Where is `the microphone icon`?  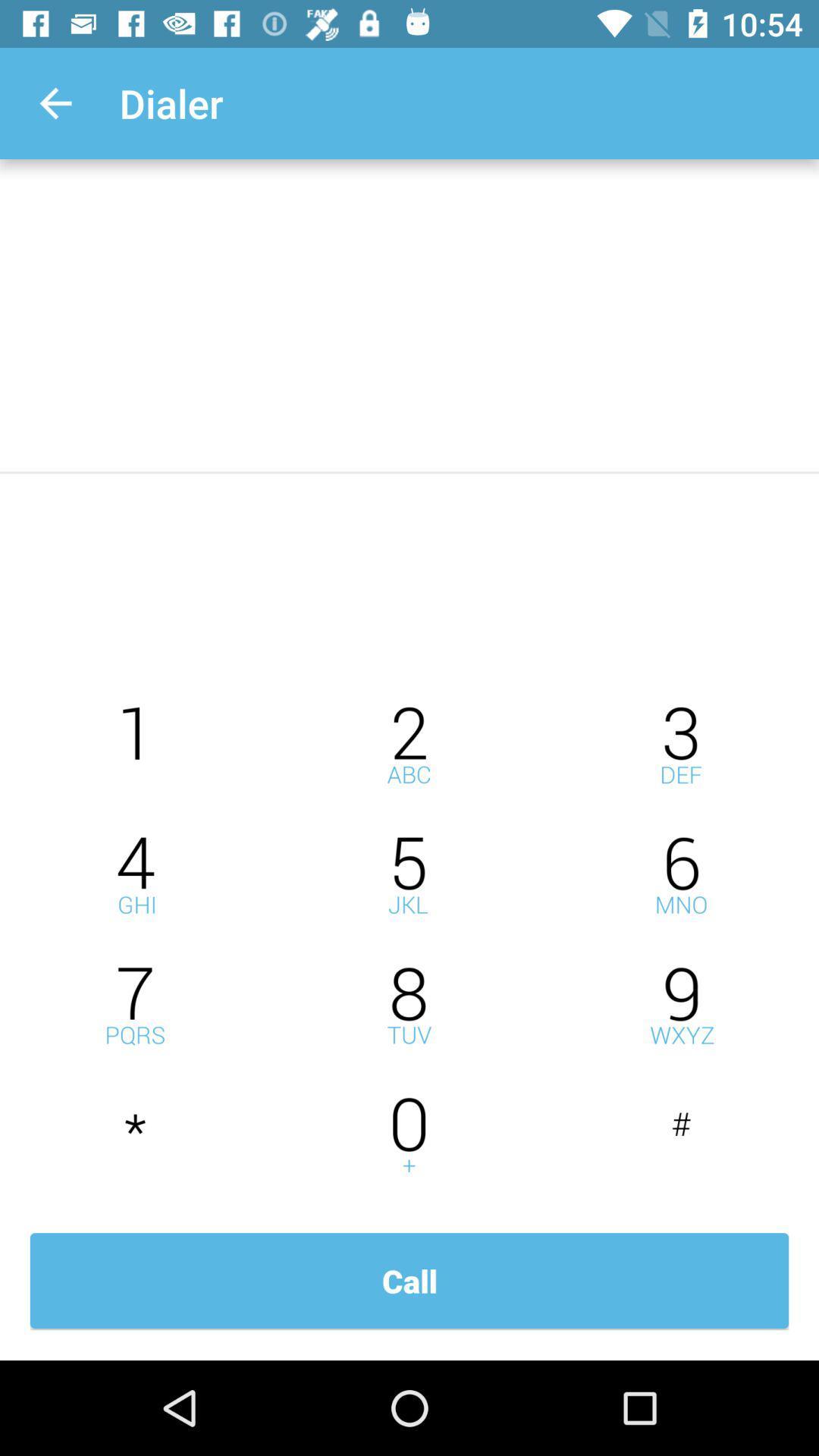 the microphone icon is located at coordinates (681, 1006).